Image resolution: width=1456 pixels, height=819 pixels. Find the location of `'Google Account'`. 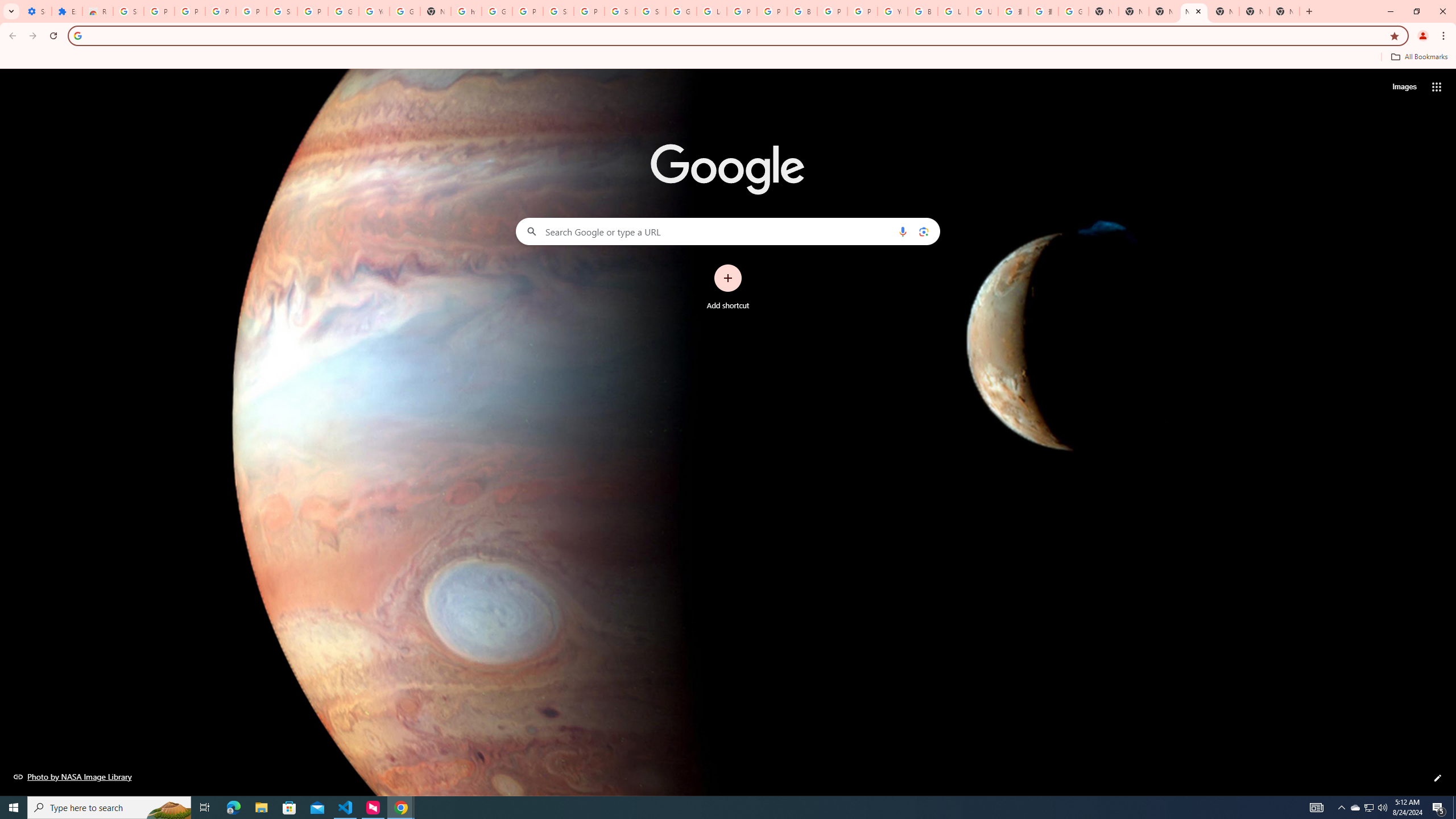

'Google Account' is located at coordinates (343, 11).